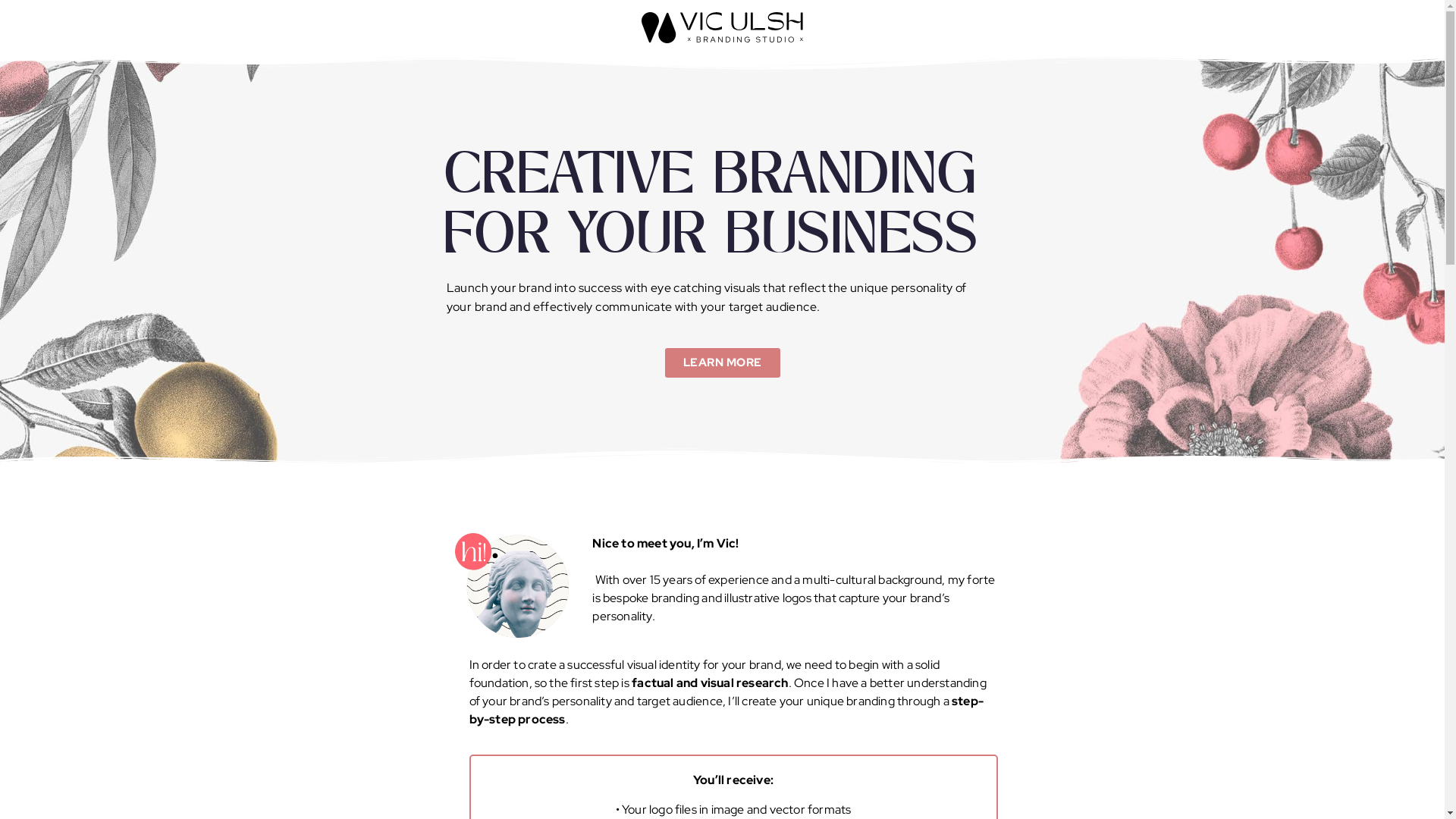  What do you see at coordinates (664, 362) in the screenshot?
I see `'LEARN MORE'` at bounding box center [664, 362].